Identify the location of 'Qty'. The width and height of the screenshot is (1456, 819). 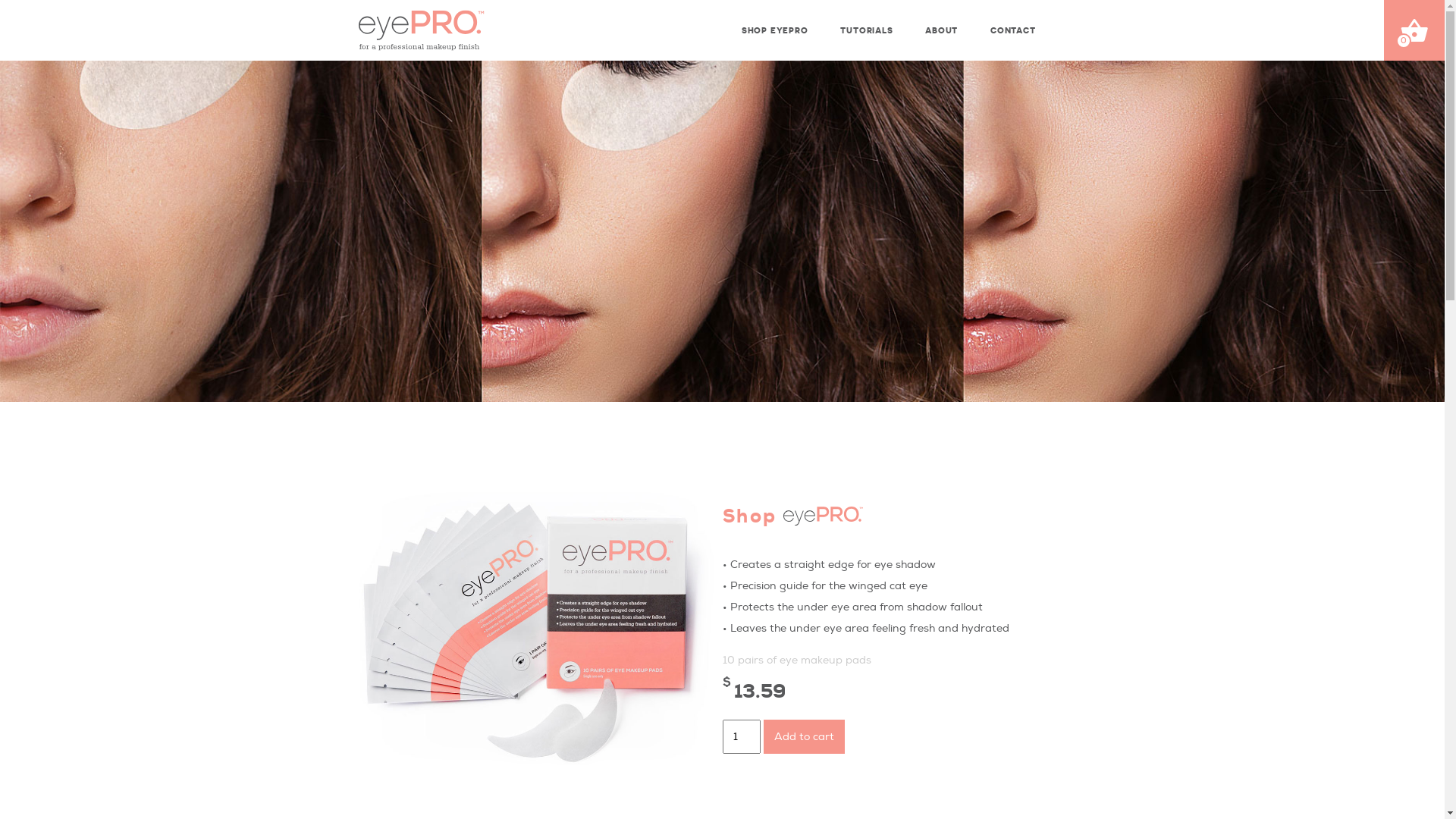
(720, 736).